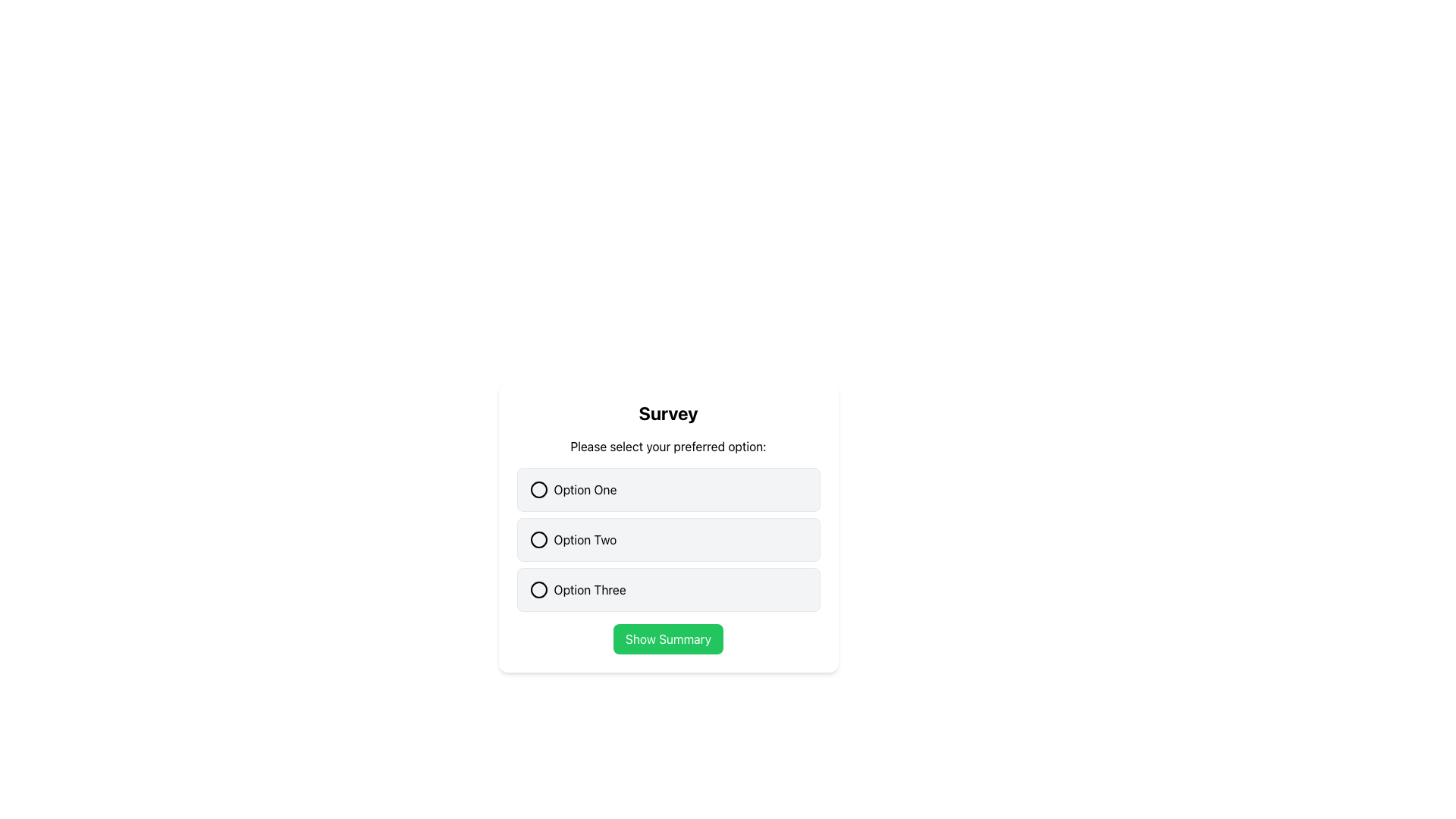 This screenshot has width=1456, height=819. I want to click on the second selectable option in the vertical list of survey options, so click(667, 539).